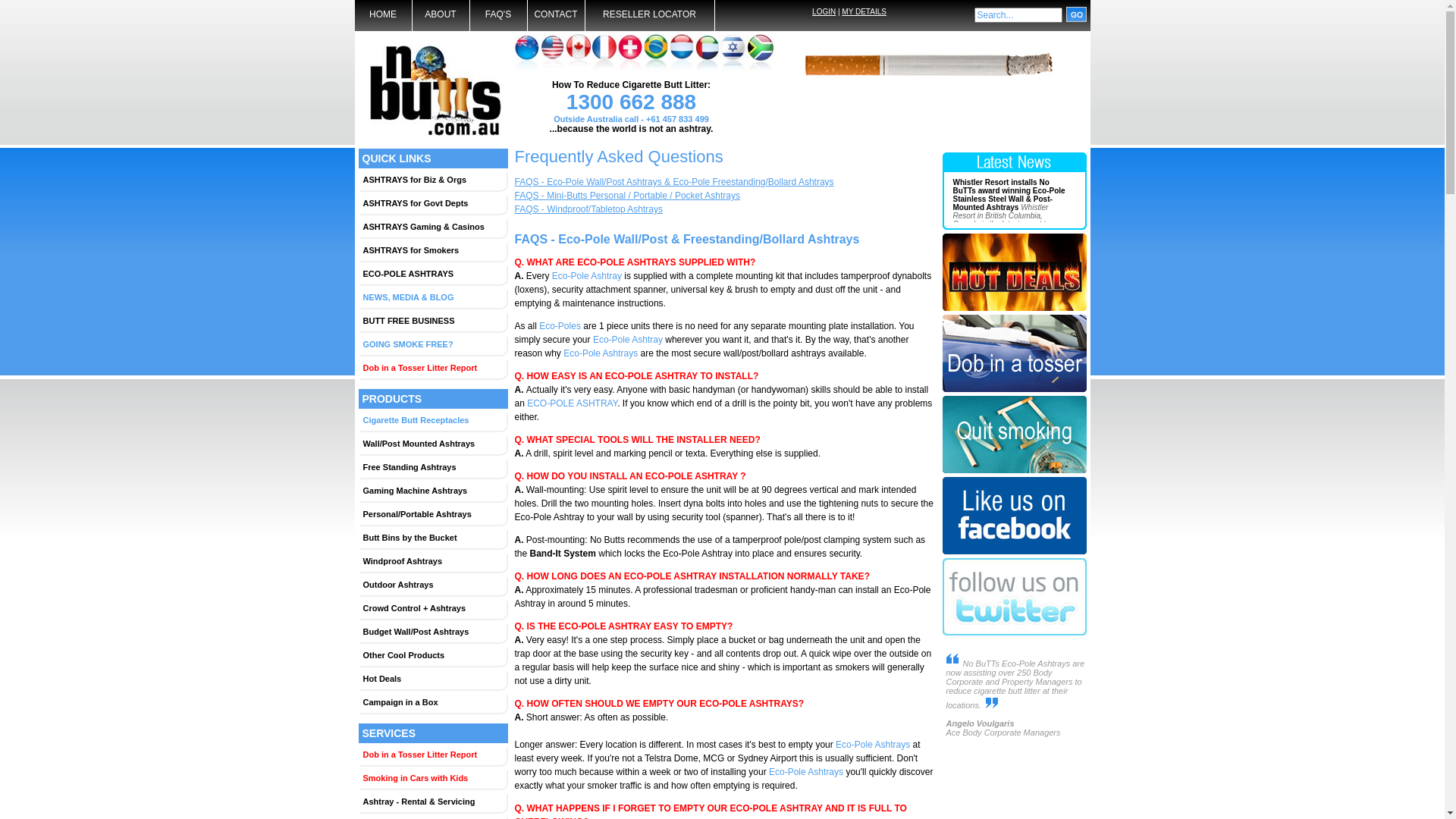 This screenshot has width=1456, height=819. I want to click on 'RESELLER LOCATOR', so click(585, 15).